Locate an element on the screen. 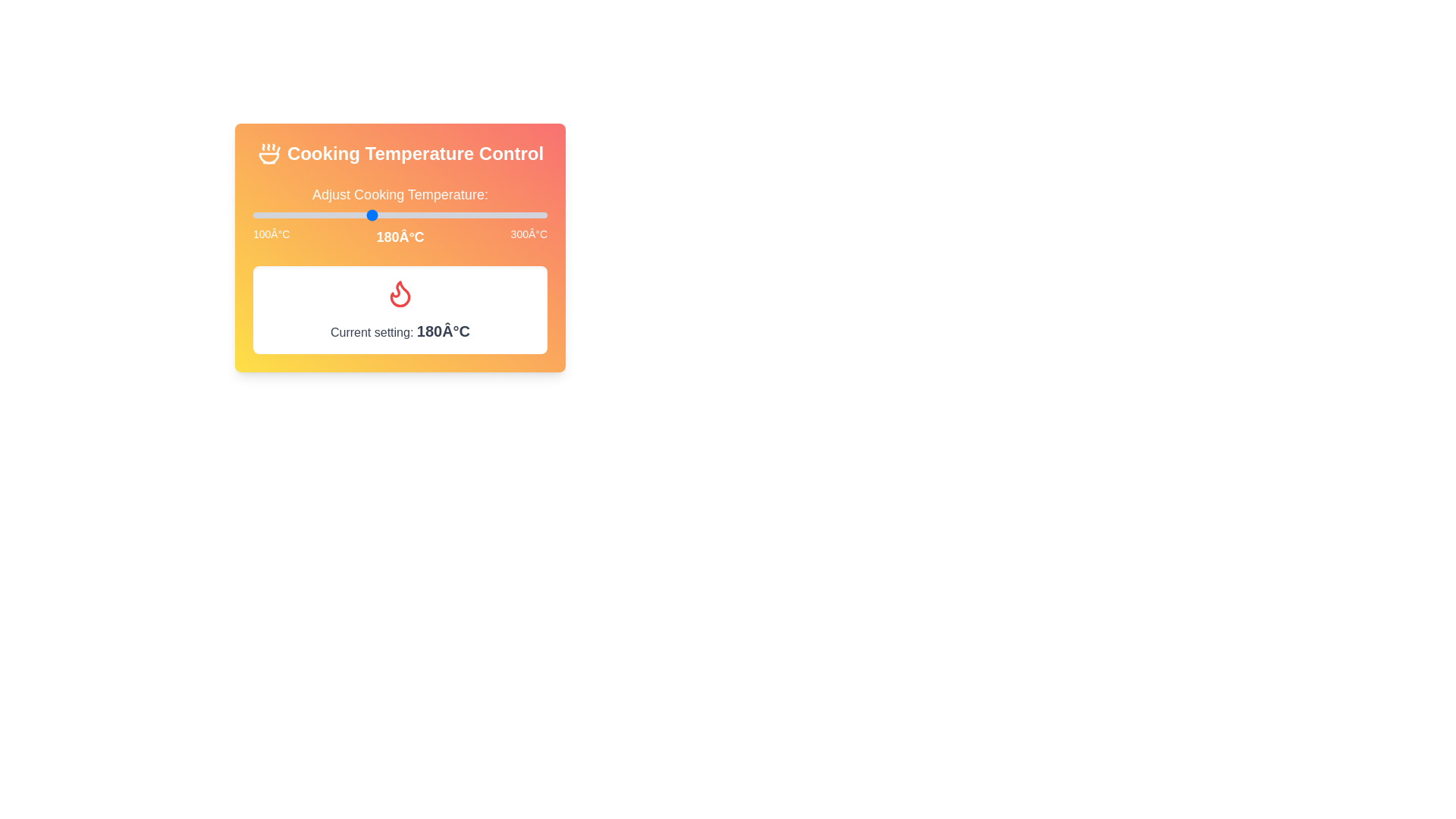 This screenshot has height=819, width=1456. the cooking temperature to 300°C by interacting with the slider is located at coordinates (546, 215).